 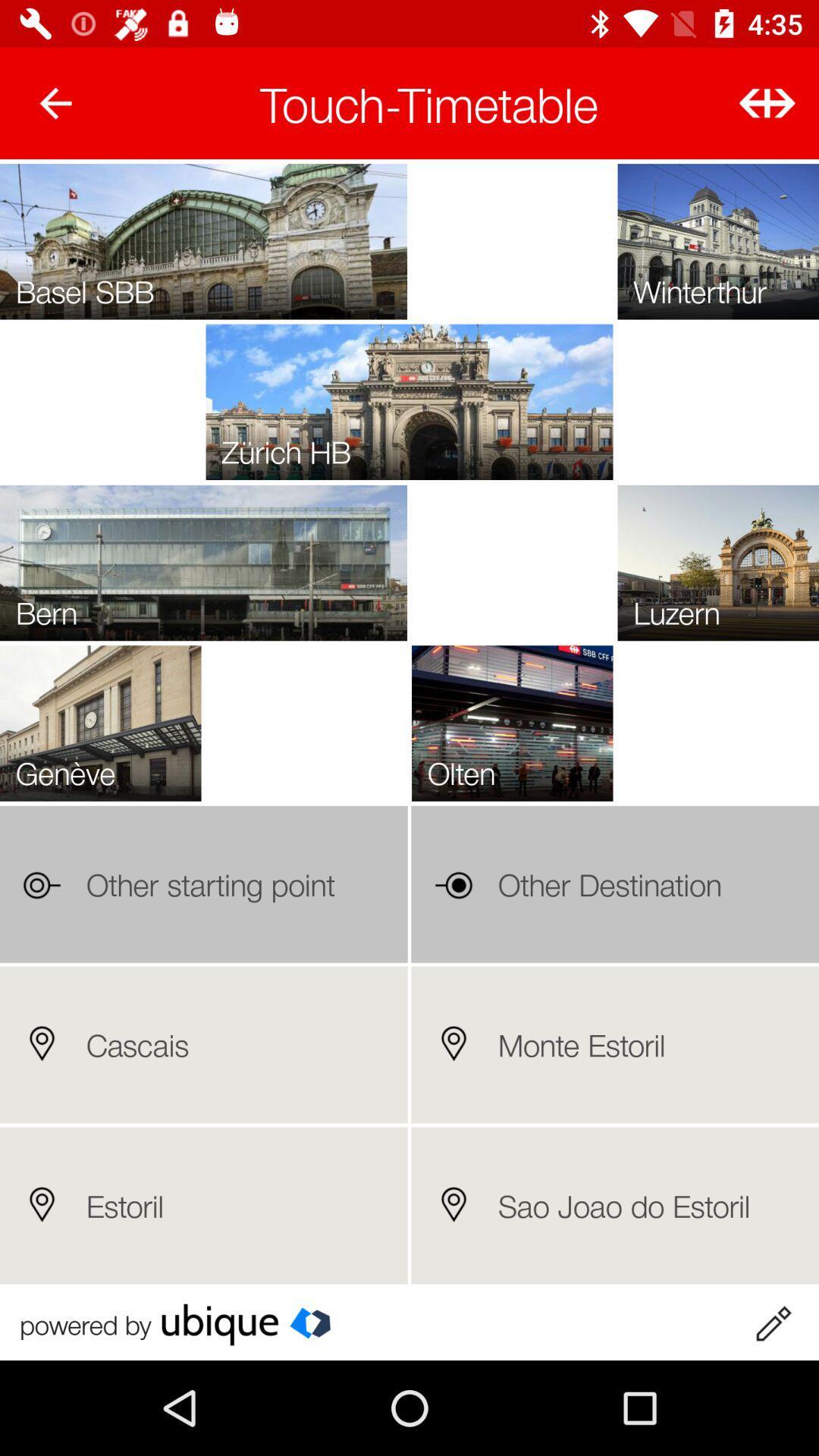 What do you see at coordinates (55, 102) in the screenshot?
I see `return to home page` at bounding box center [55, 102].